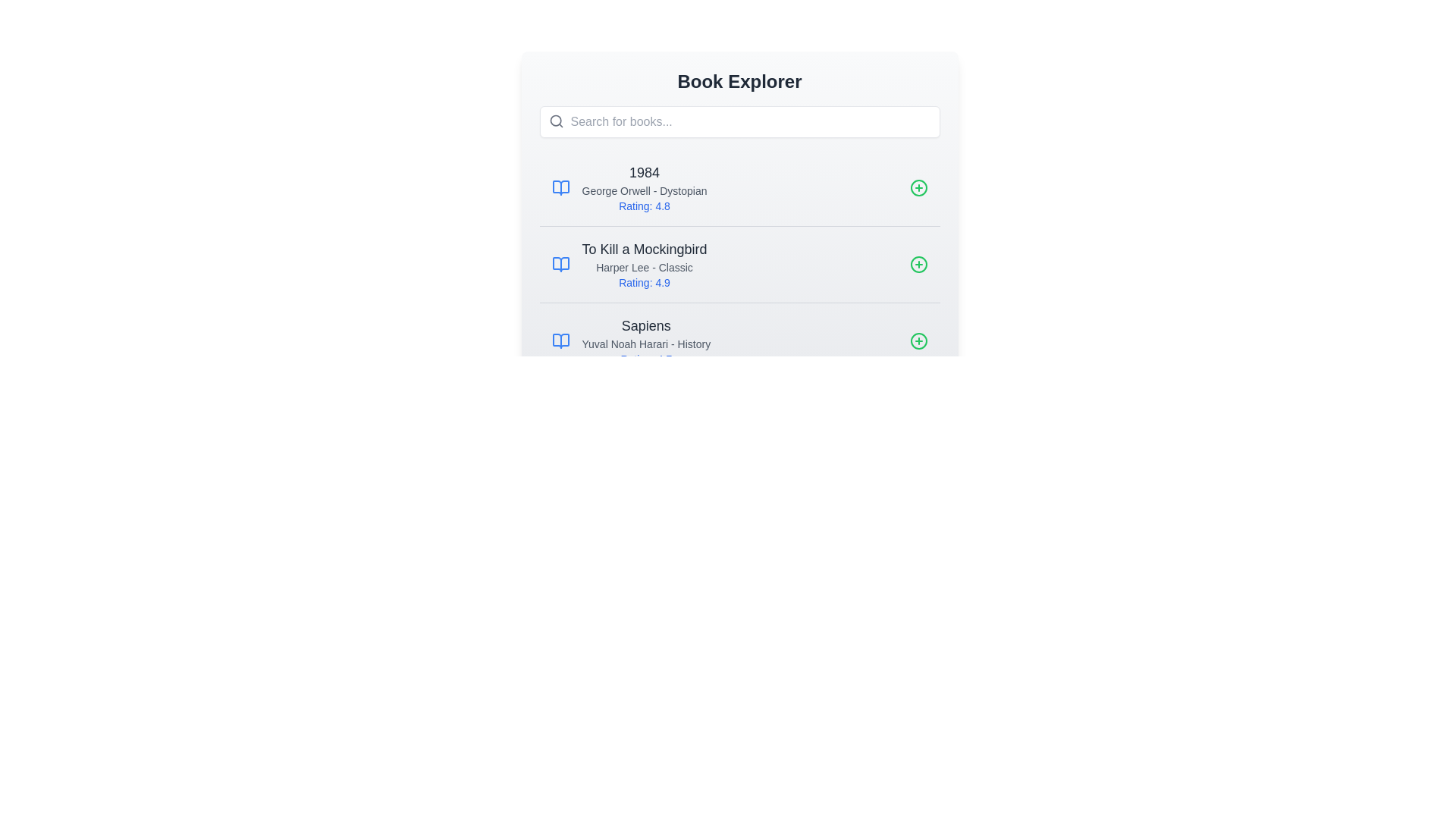  I want to click on the text label providing additional descriptive information about the author and genre of the book '1984', which is positioned directly below the title '1984' and above the rating '4.8', so click(644, 190).